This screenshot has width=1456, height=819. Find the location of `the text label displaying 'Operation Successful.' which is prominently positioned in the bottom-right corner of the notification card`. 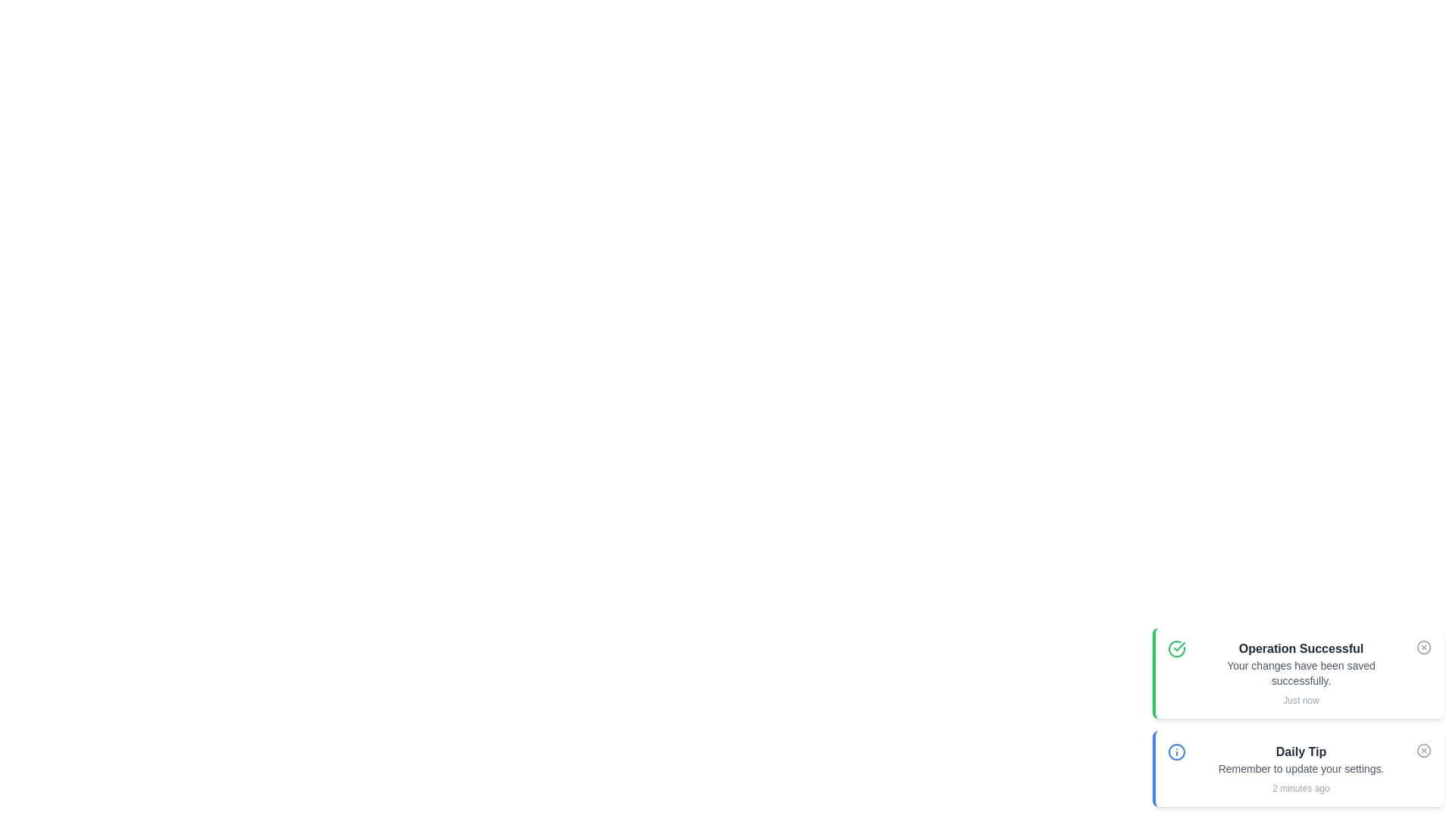

the text label displaying 'Operation Successful.' which is prominently positioned in the bottom-right corner of the notification card is located at coordinates (1301, 648).